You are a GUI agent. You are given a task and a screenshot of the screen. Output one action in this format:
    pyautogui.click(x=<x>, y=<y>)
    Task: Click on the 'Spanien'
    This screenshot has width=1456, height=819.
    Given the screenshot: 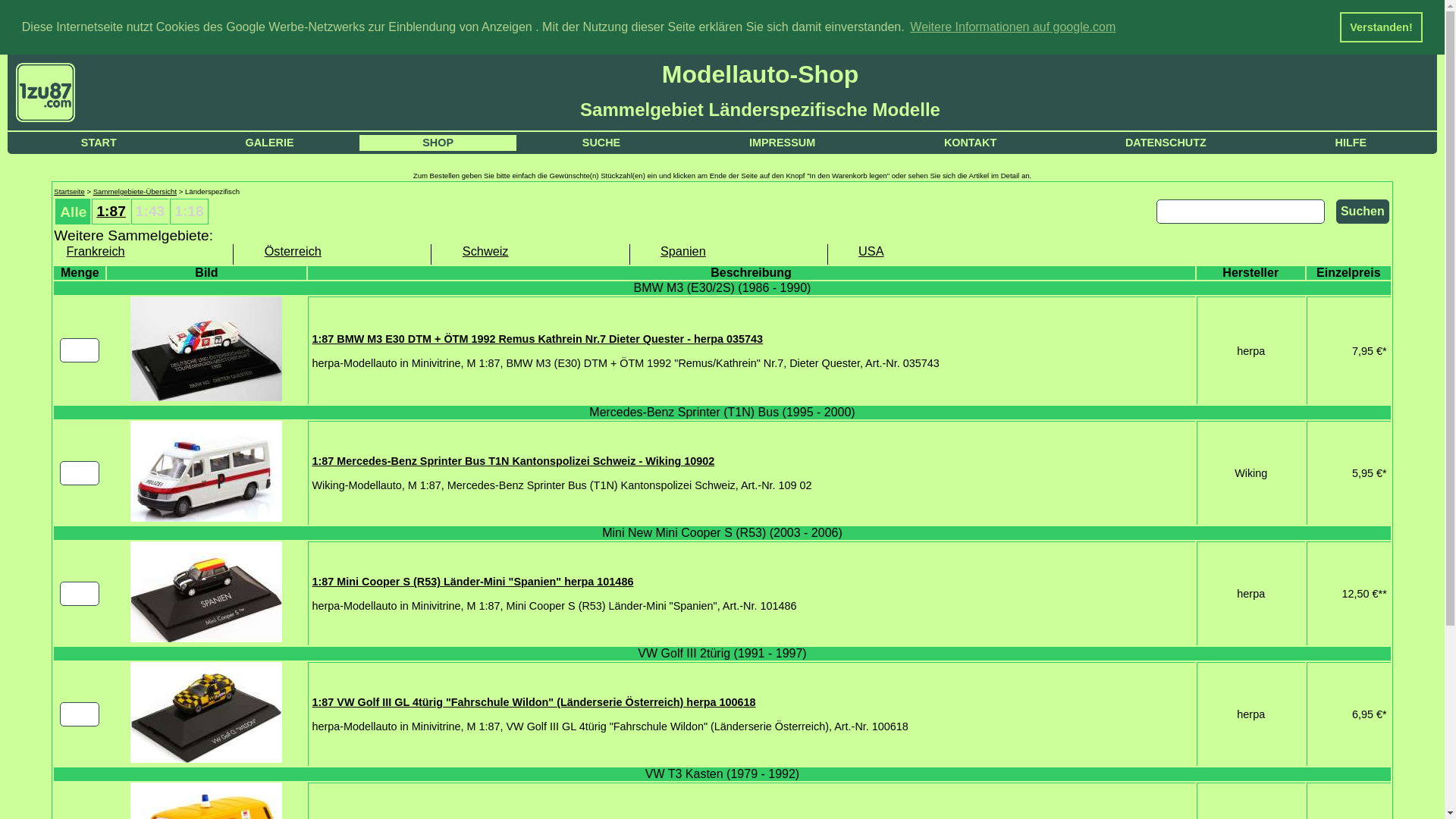 What is the action you would take?
    pyautogui.click(x=728, y=250)
    